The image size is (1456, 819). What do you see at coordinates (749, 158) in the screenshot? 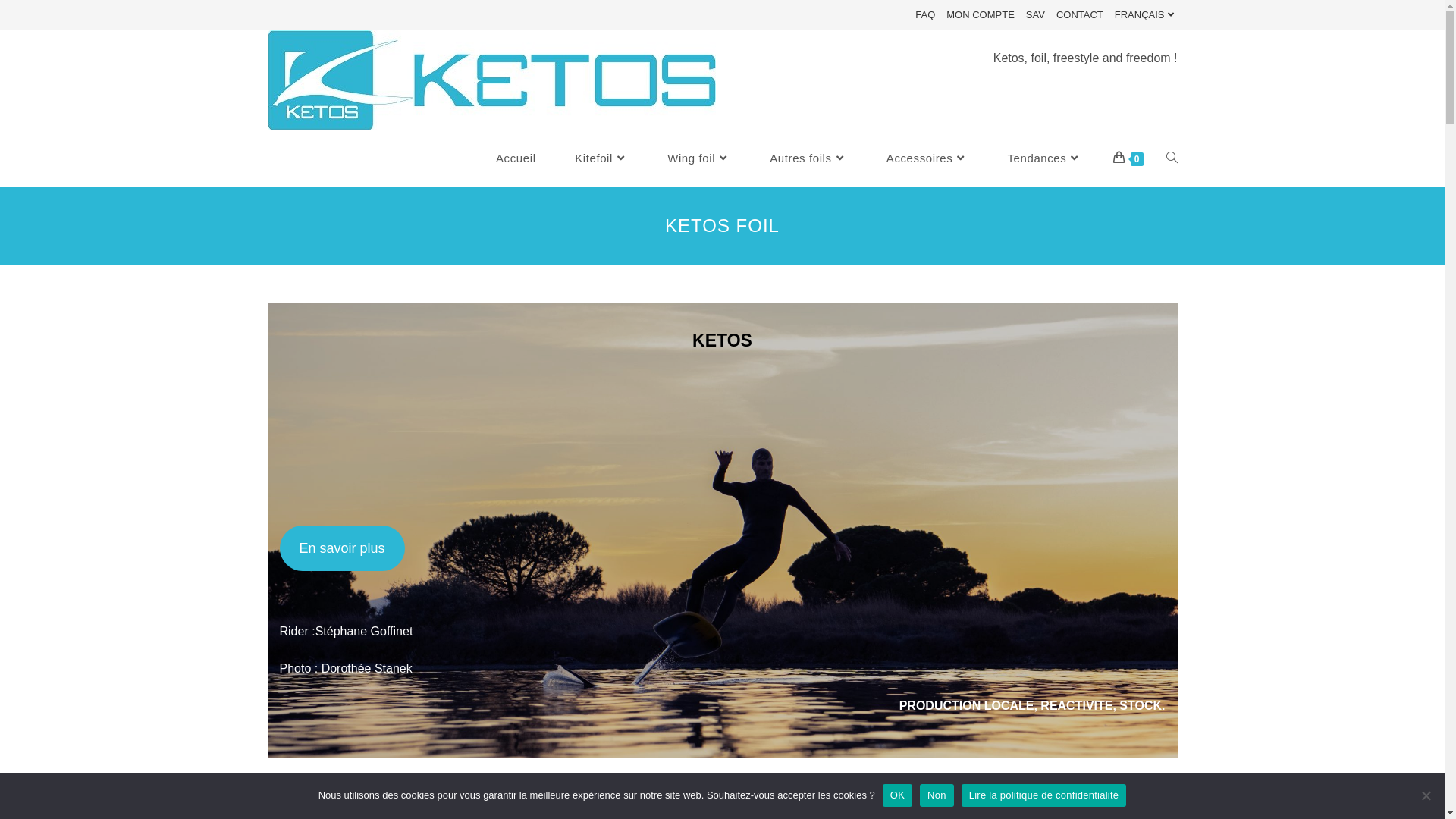
I see `'Autres foils'` at bounding box center [749, 158].